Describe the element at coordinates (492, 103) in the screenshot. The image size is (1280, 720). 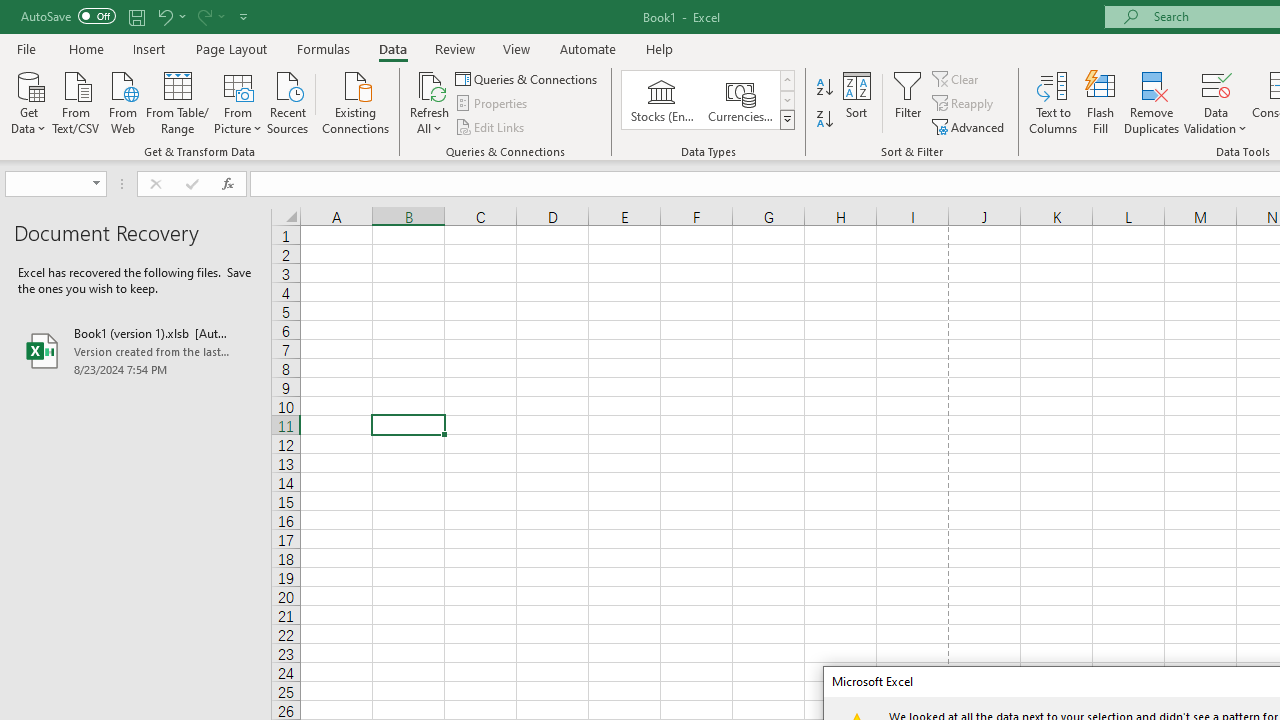
I see `'Properties'` at that location.